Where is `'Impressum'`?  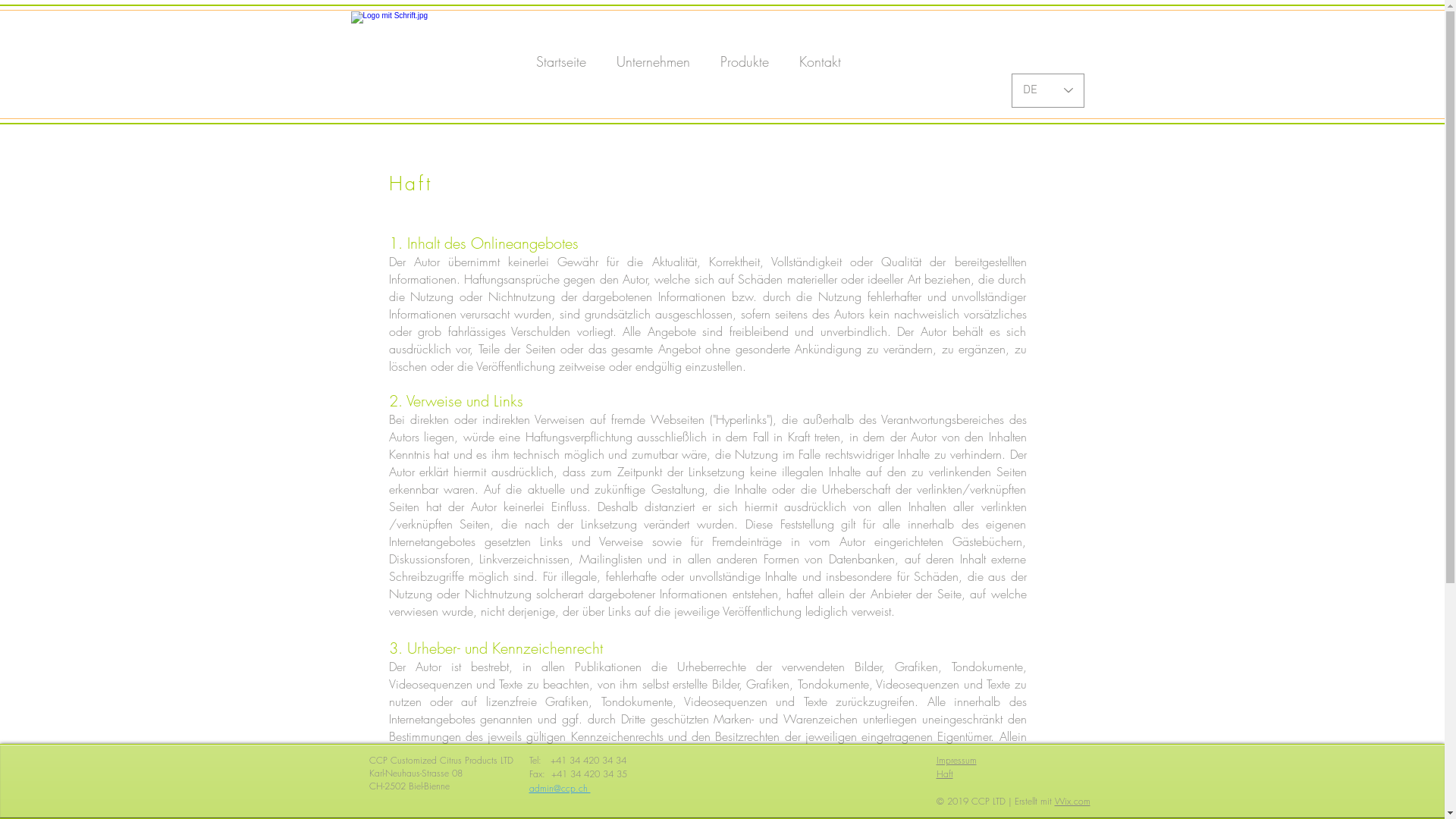 'Impressum' is located at coordinates (934, 761).